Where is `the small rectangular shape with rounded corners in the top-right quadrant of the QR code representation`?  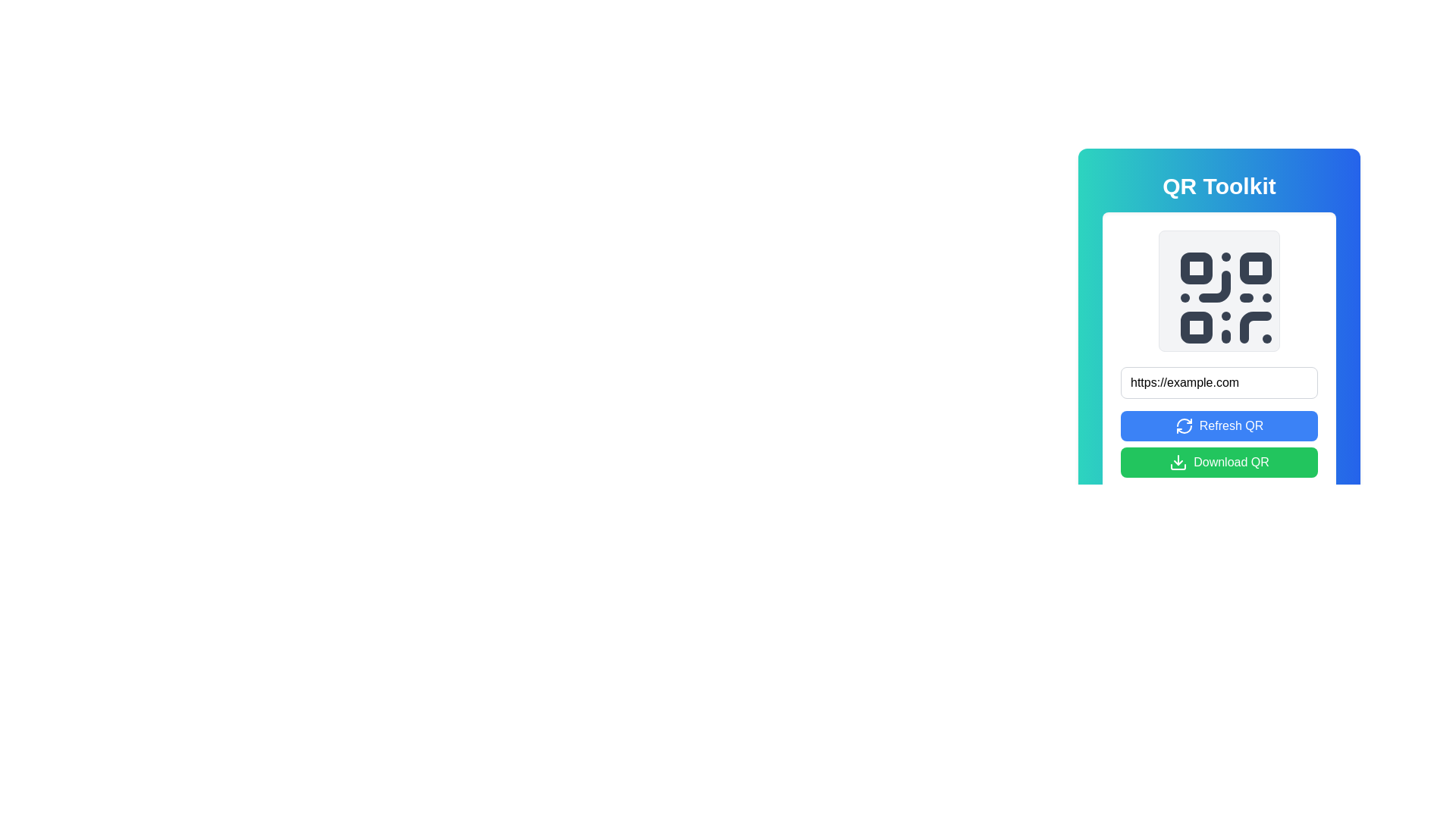
the small rectangular shape with rounded corners in the top-right quadrant of the QR code representation is located at coordinates (1256, 268).